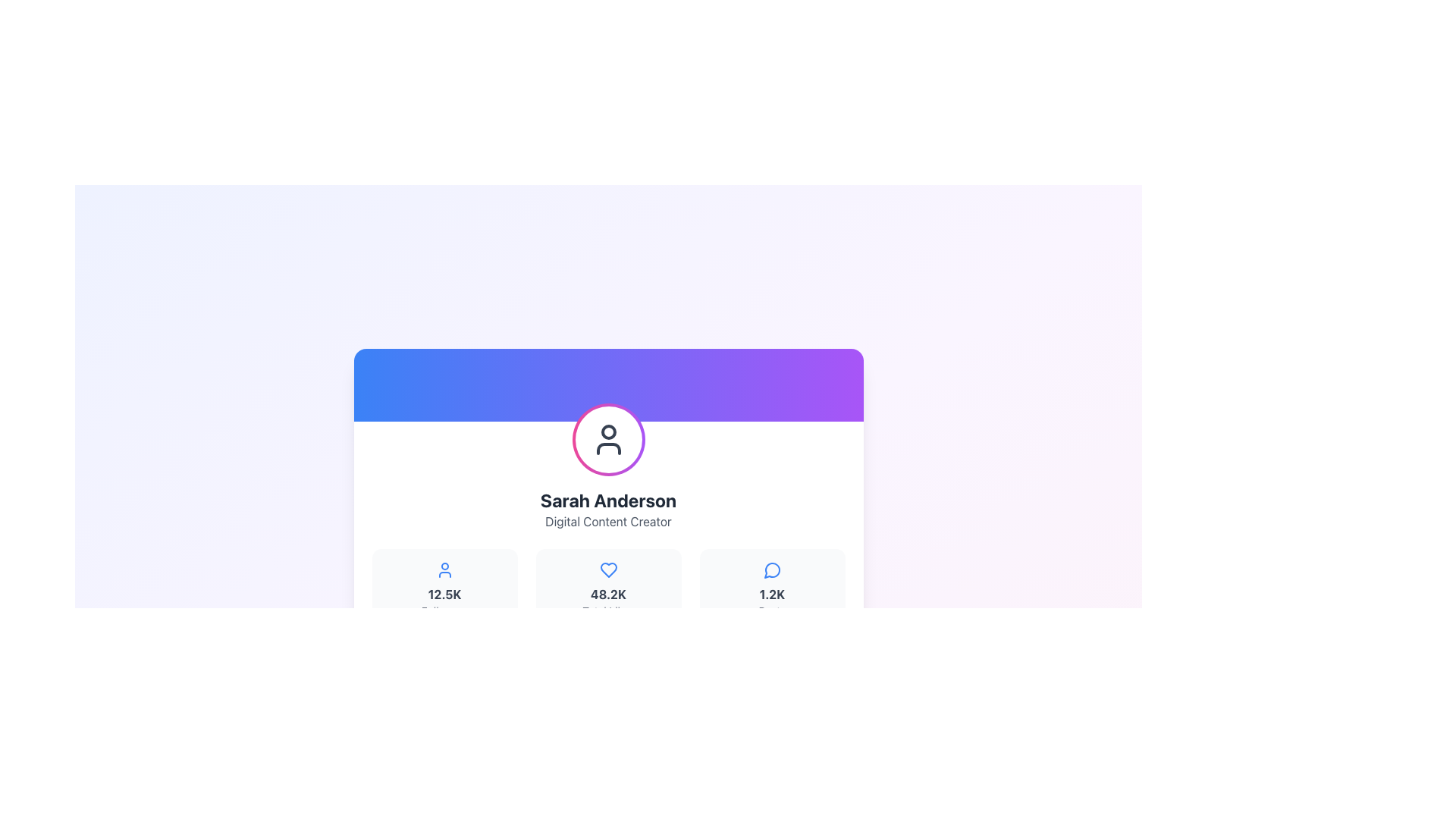 The height and width of the screenshot is (819, 1456). Describe the element at coordinates (444, 570) in the screenshot. I see `the leftmost SVG icon representing the 'Followers' metric located above the '12.5K' text in the top section of the white rectangular card` at that location.